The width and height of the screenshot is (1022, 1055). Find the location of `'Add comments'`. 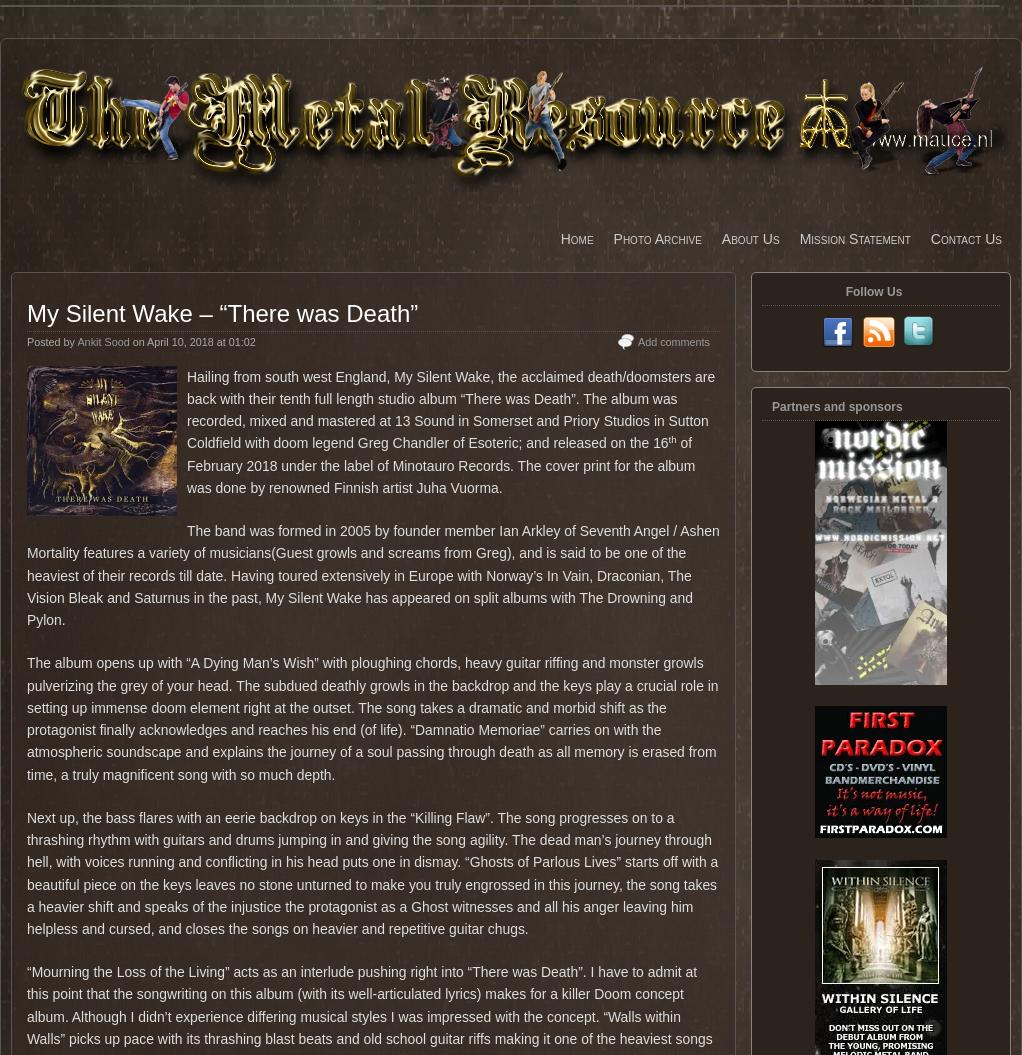

'Add comments' is located at coordinates (672, 341).